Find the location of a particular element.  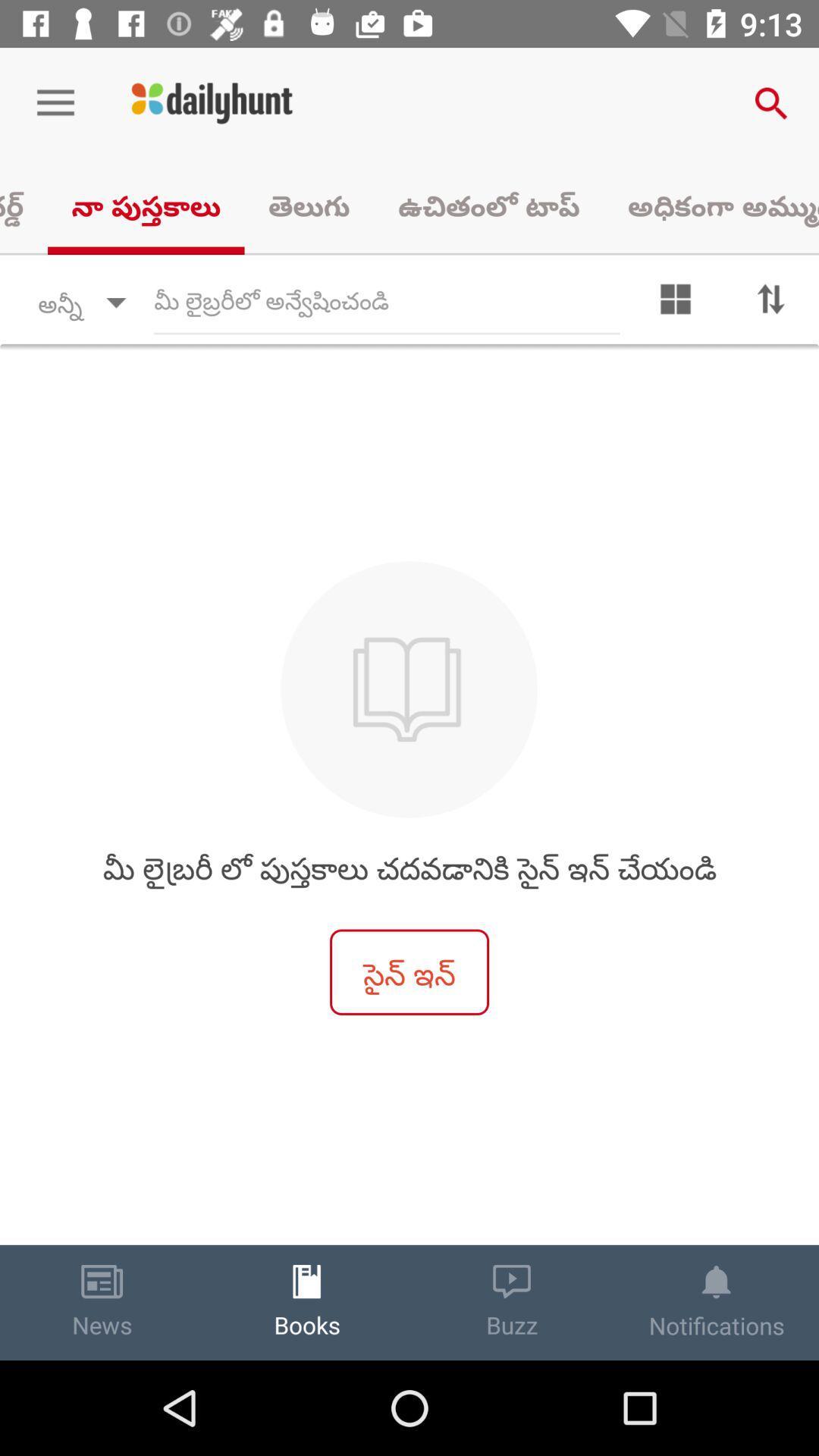

search is located at coordinates (386, 303).